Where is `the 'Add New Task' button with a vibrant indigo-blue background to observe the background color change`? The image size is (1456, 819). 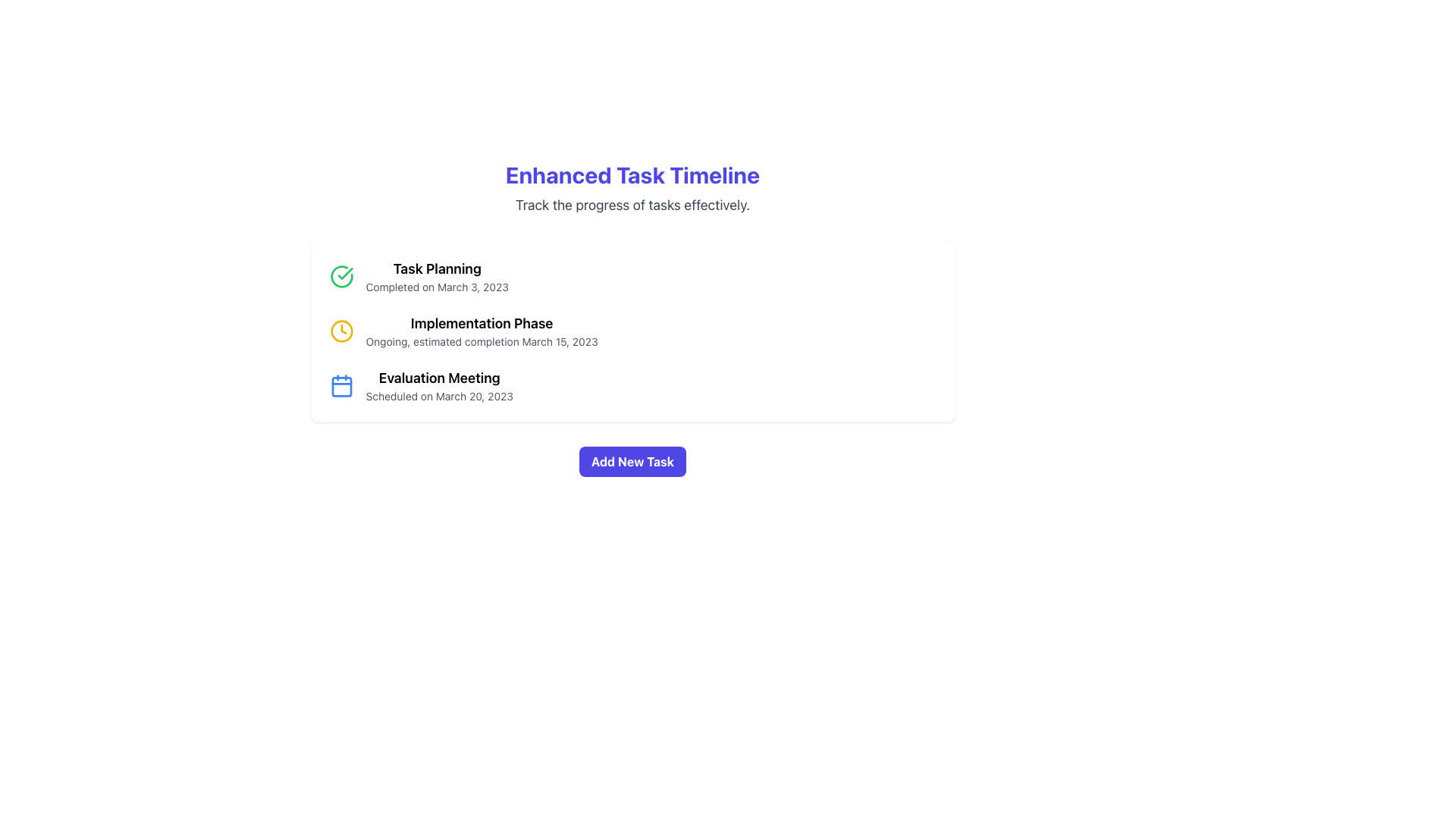
the 'Add New Task' button with a vibrant indigo-blue background to observe the background color change is located at coordinates (632, 461).